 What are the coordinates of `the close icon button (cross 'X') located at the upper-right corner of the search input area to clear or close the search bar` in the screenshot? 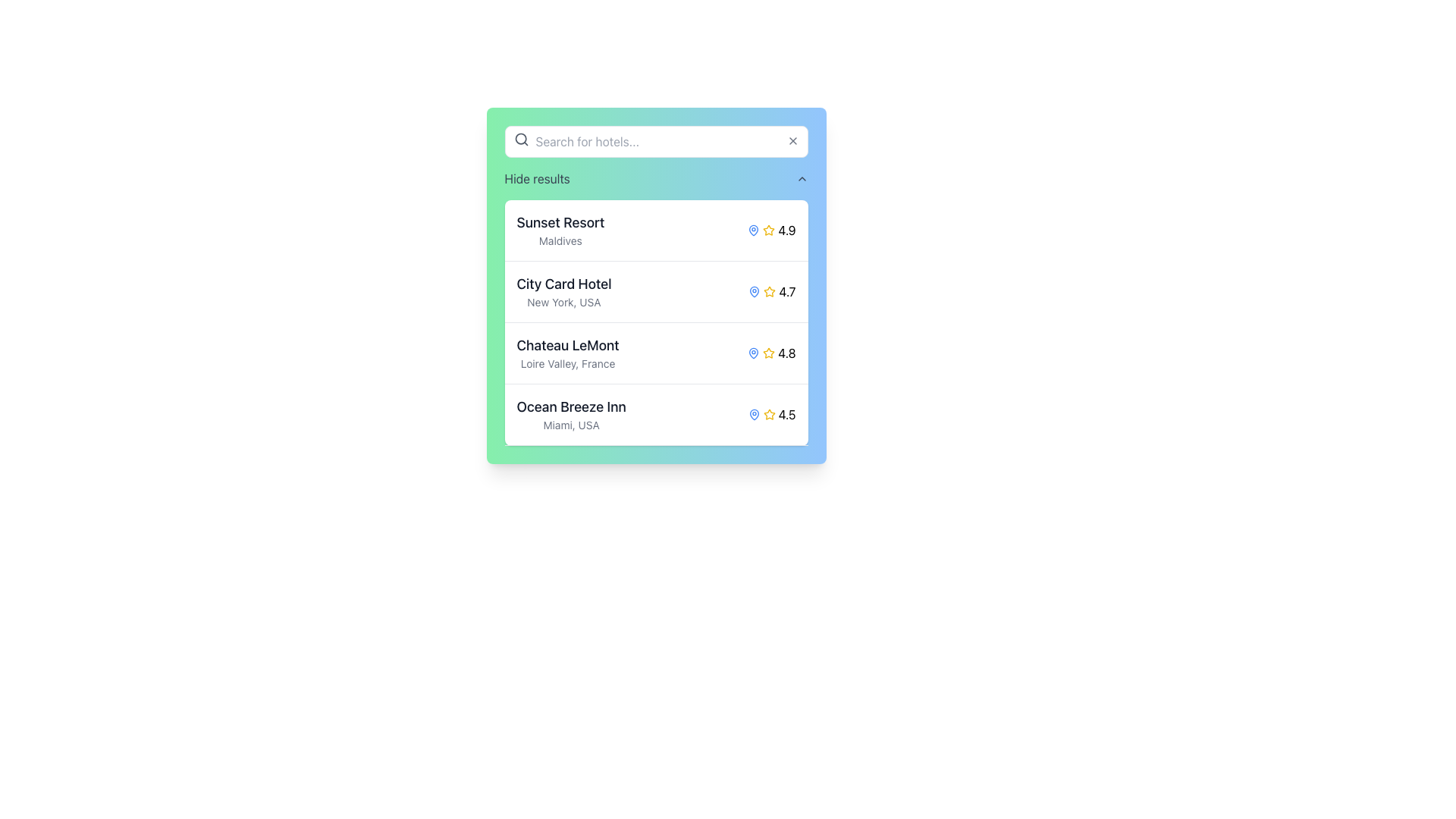 It's located at (792, 140).